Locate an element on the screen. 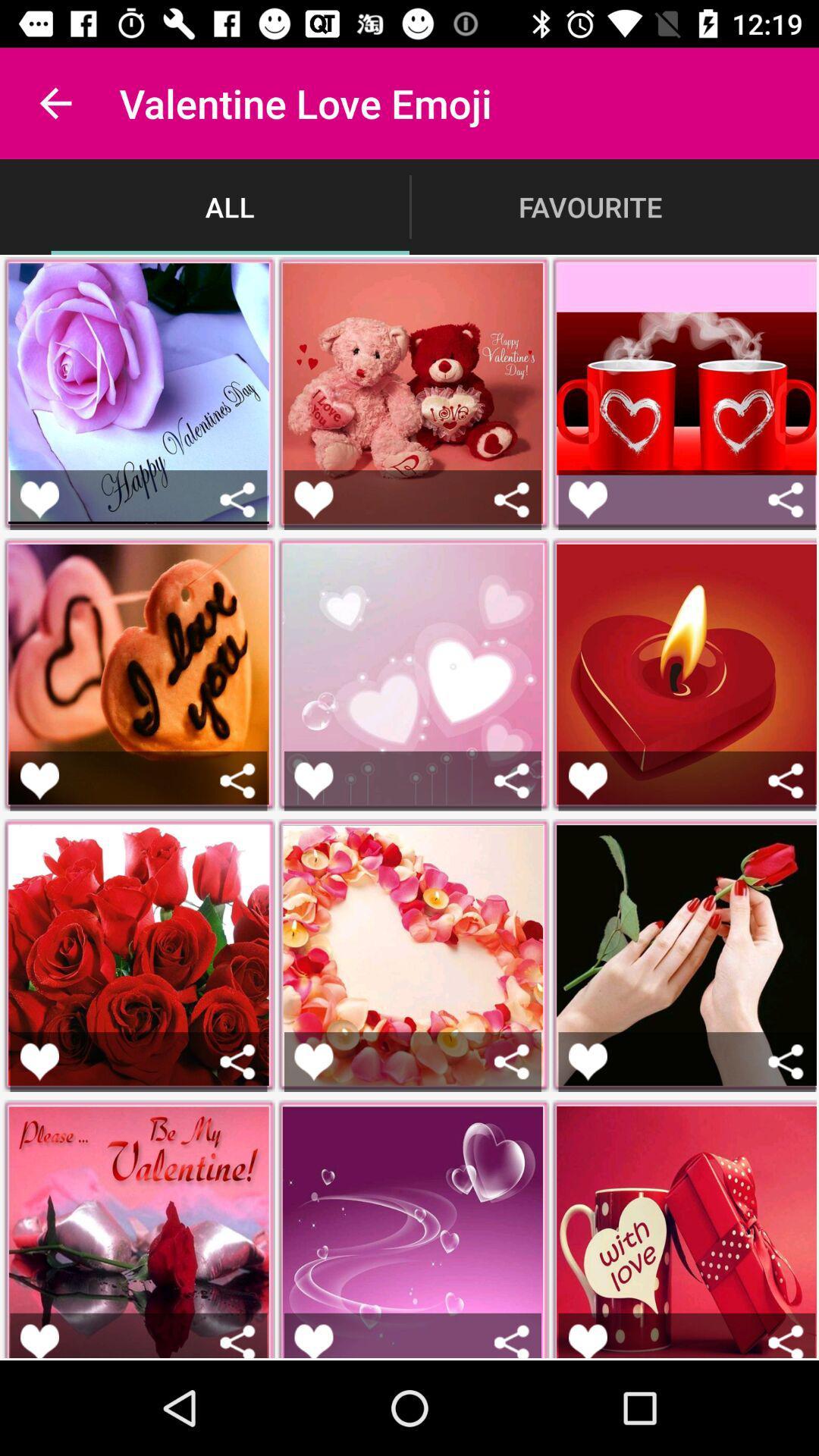  favorite is located at coordinates (39, 500).